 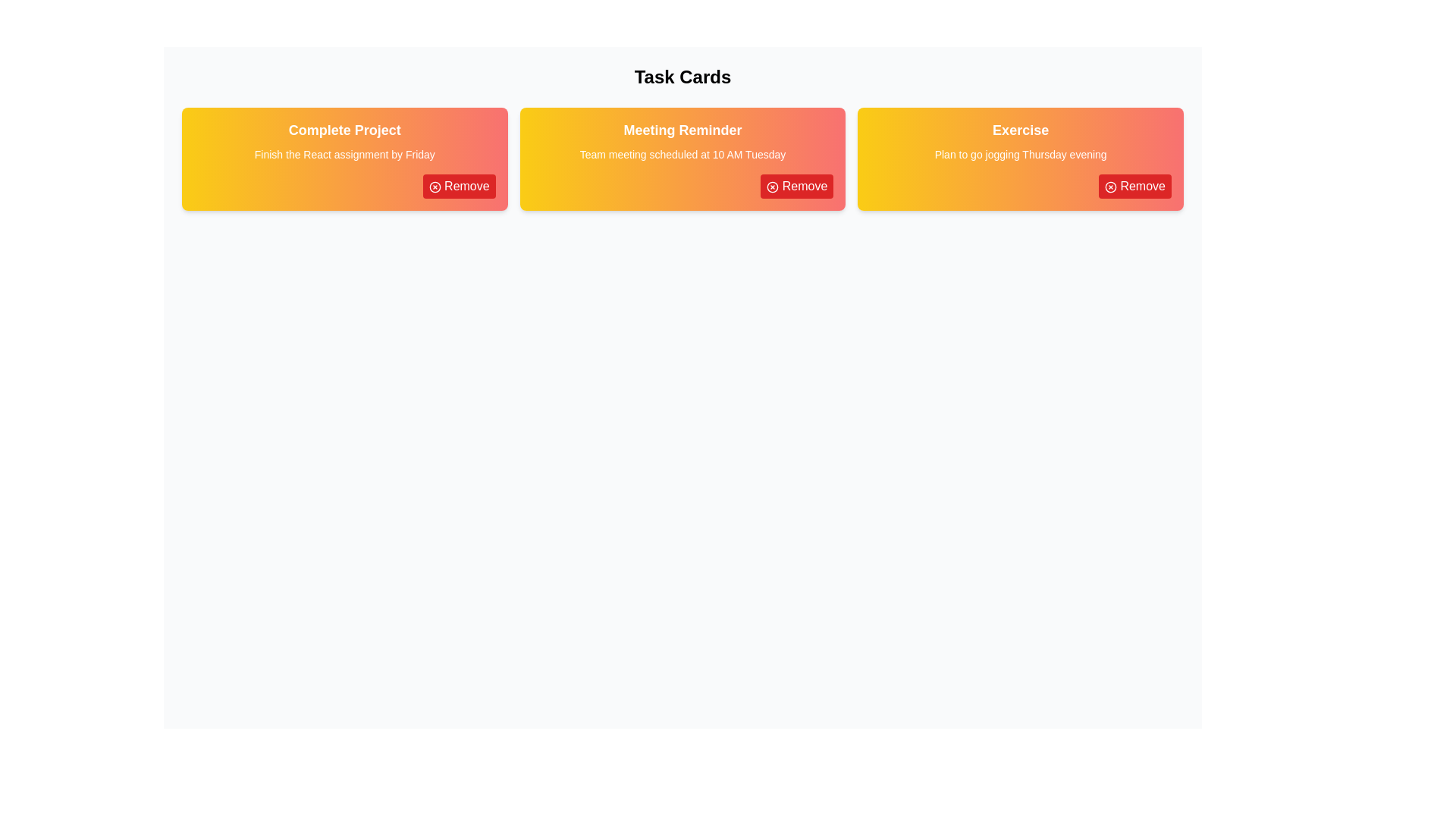 What do you see at coordinates (458, 186) in the screenshot?
I see `'Remove' button for the card titled 'Complete Project'` at bounding box center [458, 186].